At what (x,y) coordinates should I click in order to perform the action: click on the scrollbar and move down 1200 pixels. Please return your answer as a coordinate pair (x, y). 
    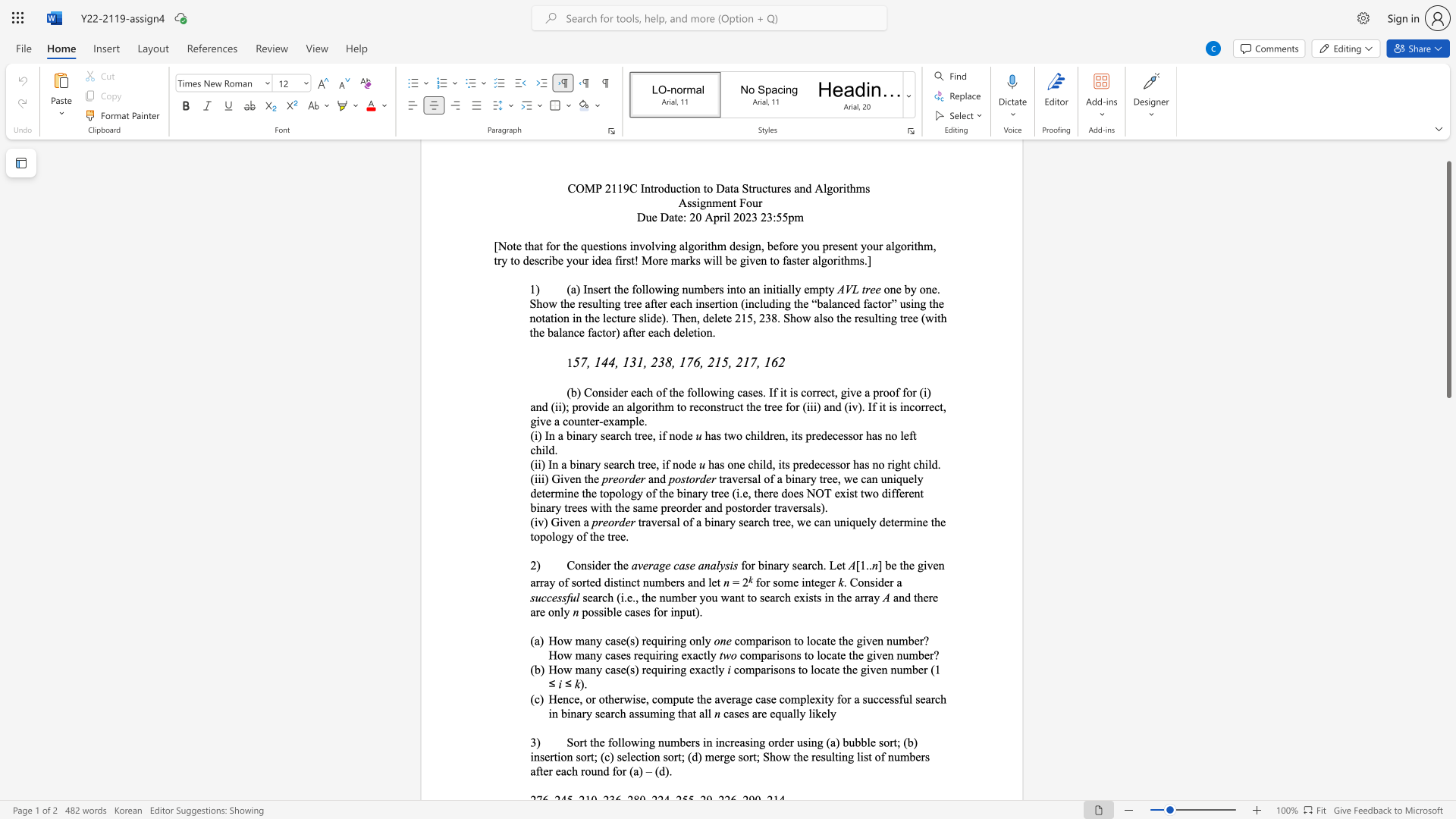
    Looking at the image, I should click on (1448, 279).